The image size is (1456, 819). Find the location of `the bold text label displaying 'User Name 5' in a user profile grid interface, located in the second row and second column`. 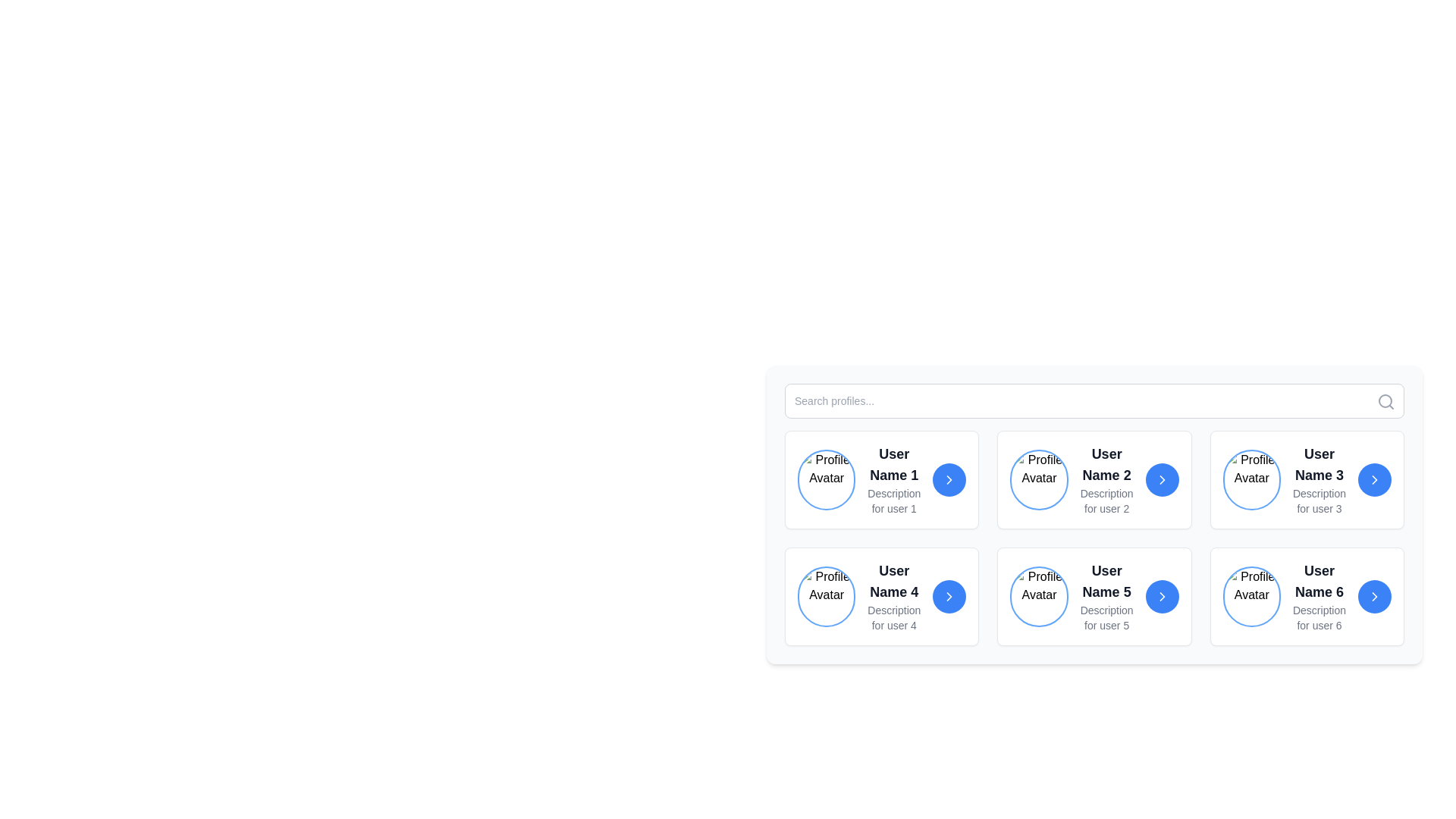

the bold text label displaying 'User Name 5' in a user profile grid interface, located in the second row and second column is located at coordinates (1106, 581).